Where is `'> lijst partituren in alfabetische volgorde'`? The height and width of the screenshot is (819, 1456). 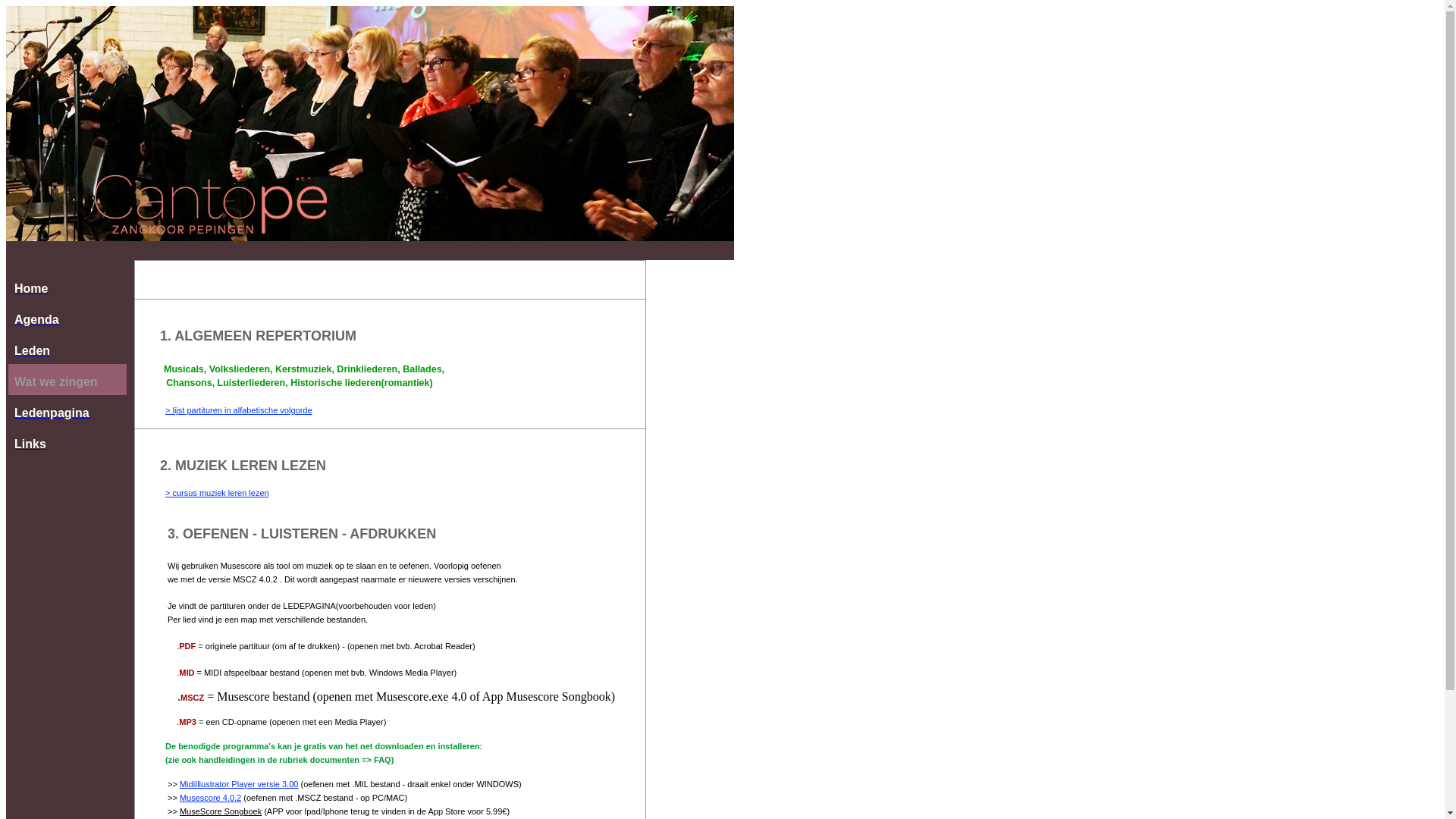
'> lijst partituren in alfabetische volgorde' is located at coordinates (238, 409).